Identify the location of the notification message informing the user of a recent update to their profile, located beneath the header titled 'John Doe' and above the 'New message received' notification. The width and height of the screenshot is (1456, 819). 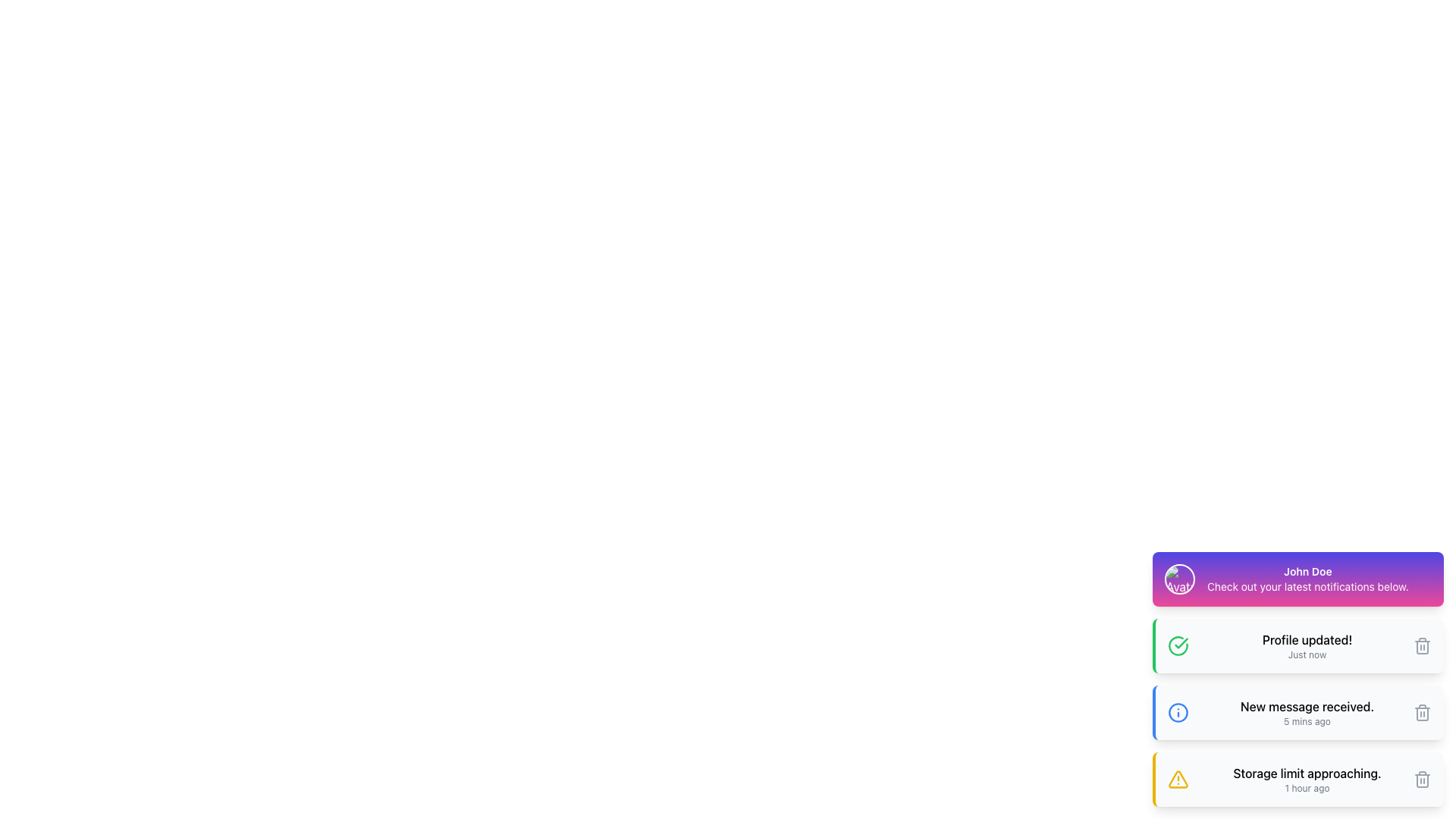
(1306, 646).